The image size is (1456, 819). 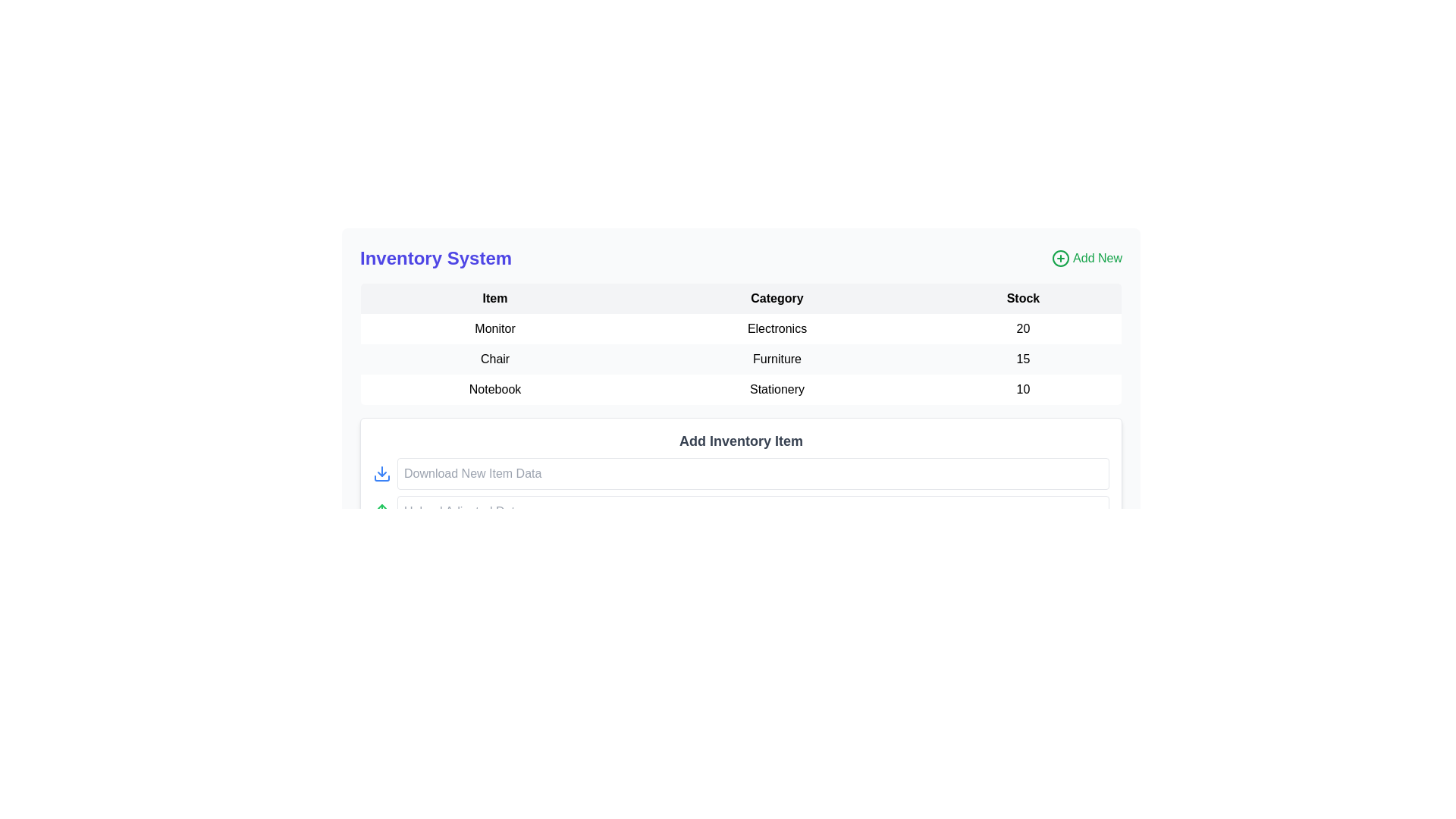 I want to click on the static text label displaying the category 'Monitor' in the inventory system, located in the second column of the corresponding table row, so click(x=777, y=328).